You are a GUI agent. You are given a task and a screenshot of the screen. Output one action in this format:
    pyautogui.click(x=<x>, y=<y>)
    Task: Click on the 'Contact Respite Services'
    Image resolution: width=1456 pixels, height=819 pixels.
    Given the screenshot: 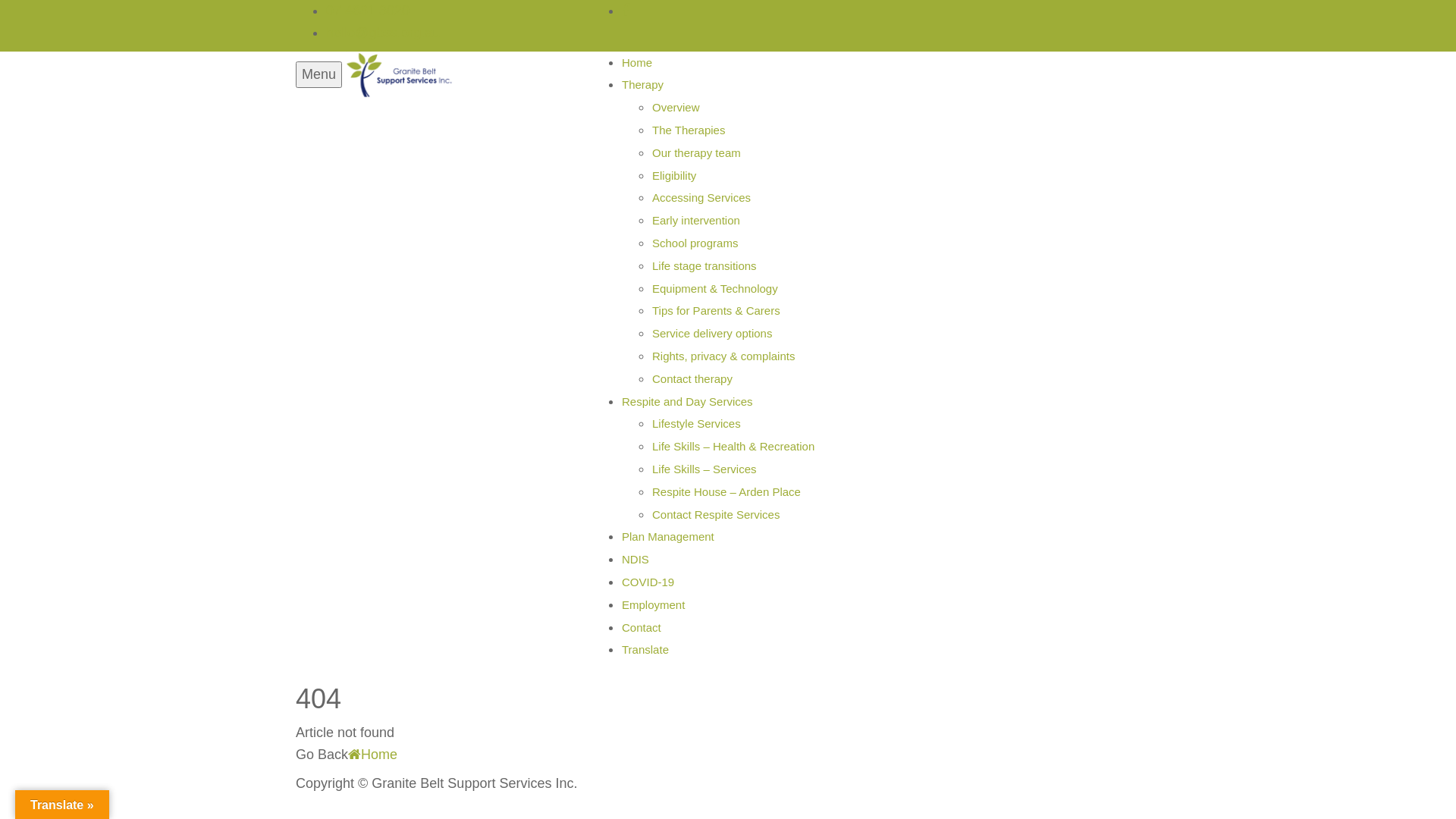 What is the action you would take?
    pyautogui.click(x=715, y=513)
    